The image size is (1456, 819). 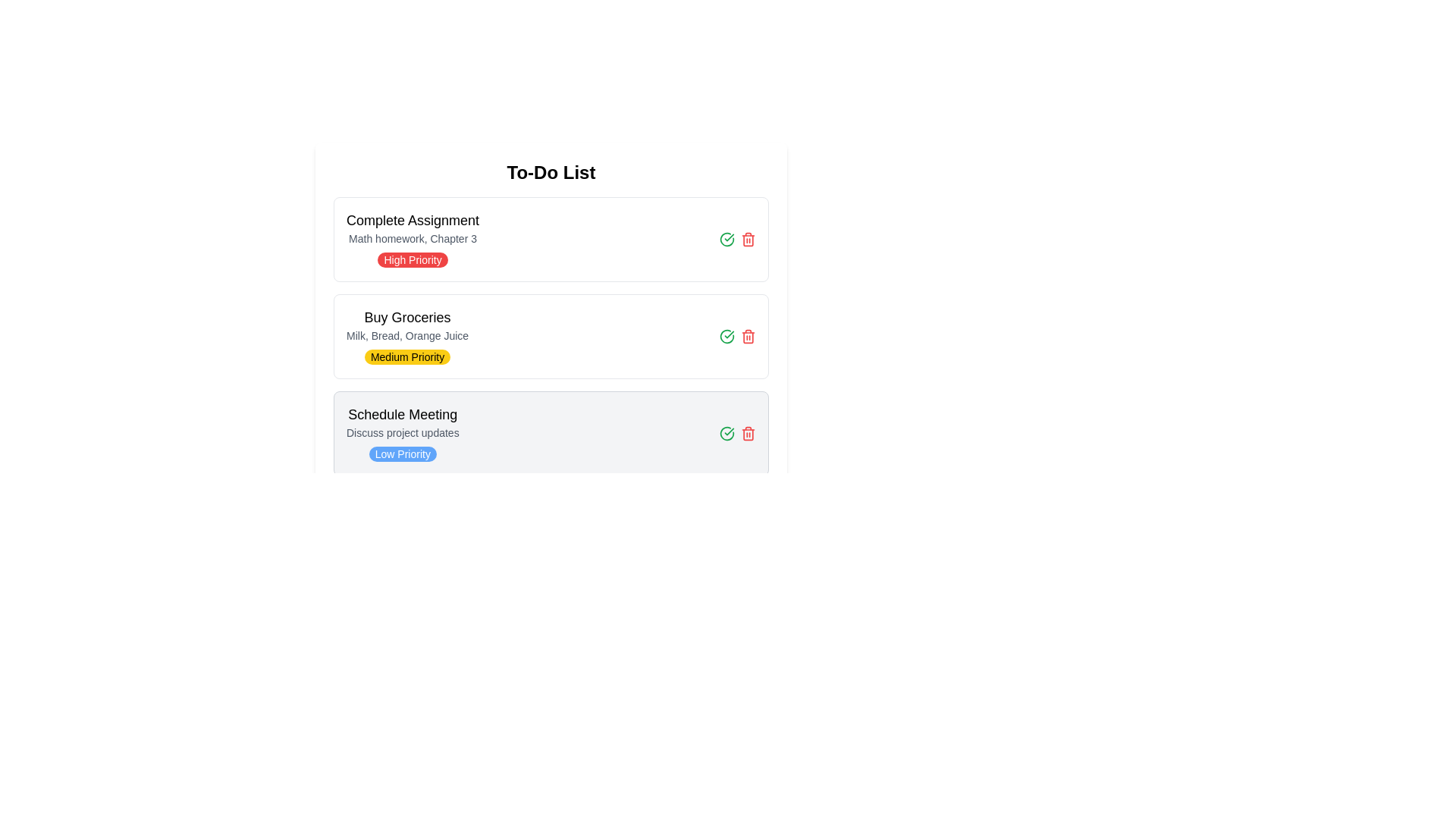 I want to click on the trash can icon representing the delete function located on the right side of the 'Complete Assignment' task in the task list interface, so click(x=748, y=239).